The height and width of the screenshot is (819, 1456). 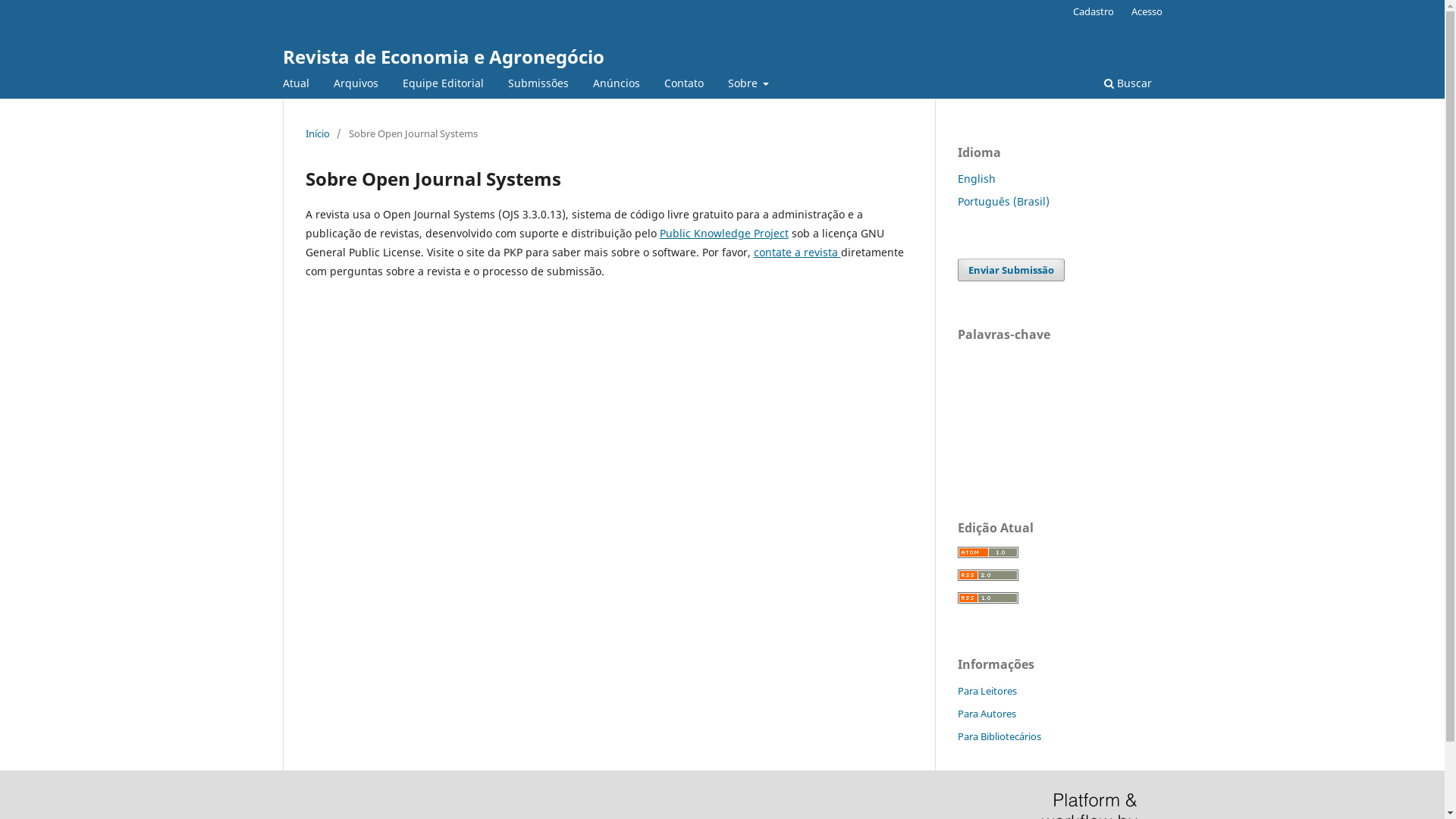 I want to click on 'Arquivos', so click(x=354, y=85).